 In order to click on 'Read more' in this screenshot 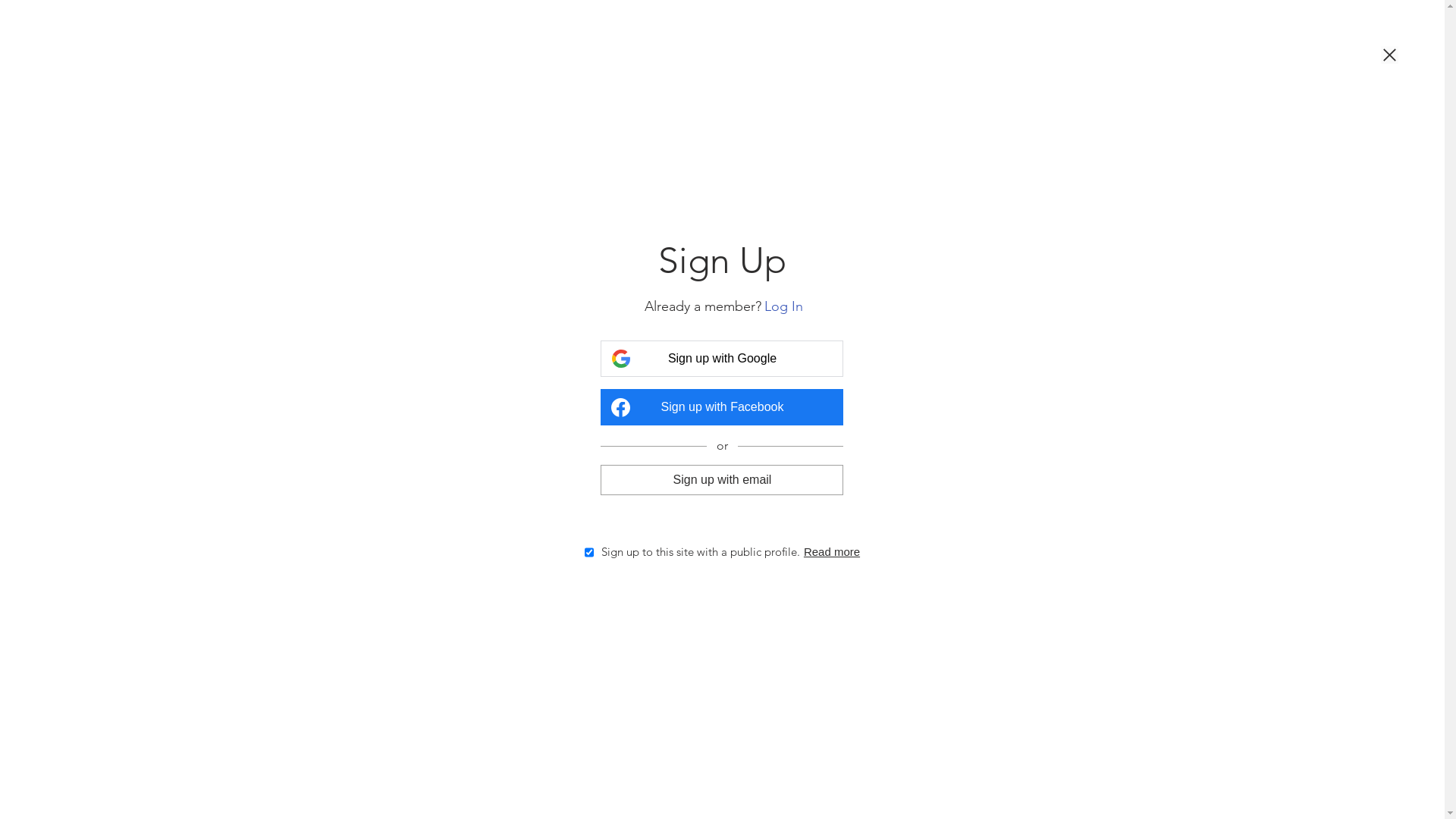, I will do `click(831, 551)`.